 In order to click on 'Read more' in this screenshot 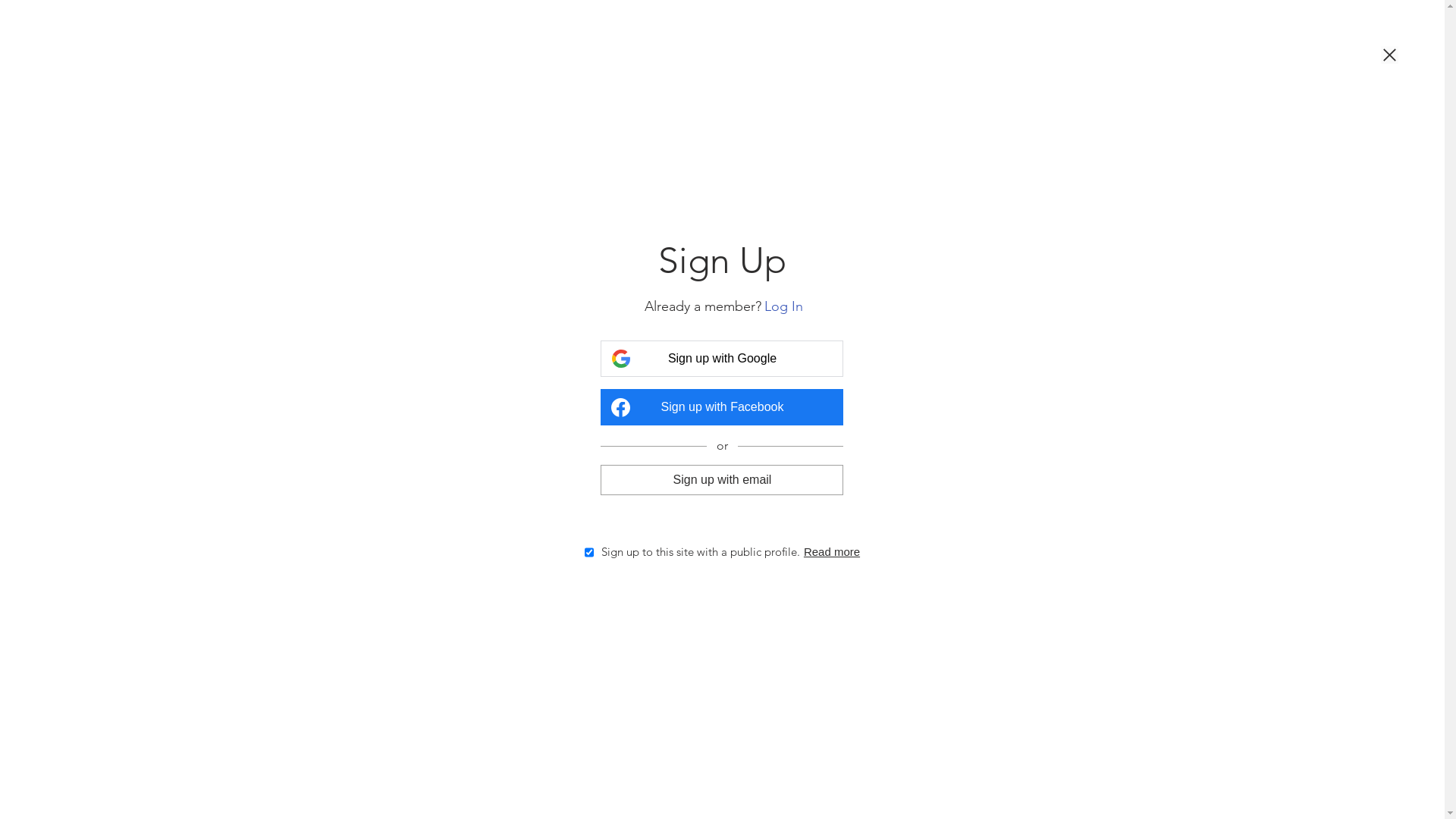, I will do `click(831, 551)`.